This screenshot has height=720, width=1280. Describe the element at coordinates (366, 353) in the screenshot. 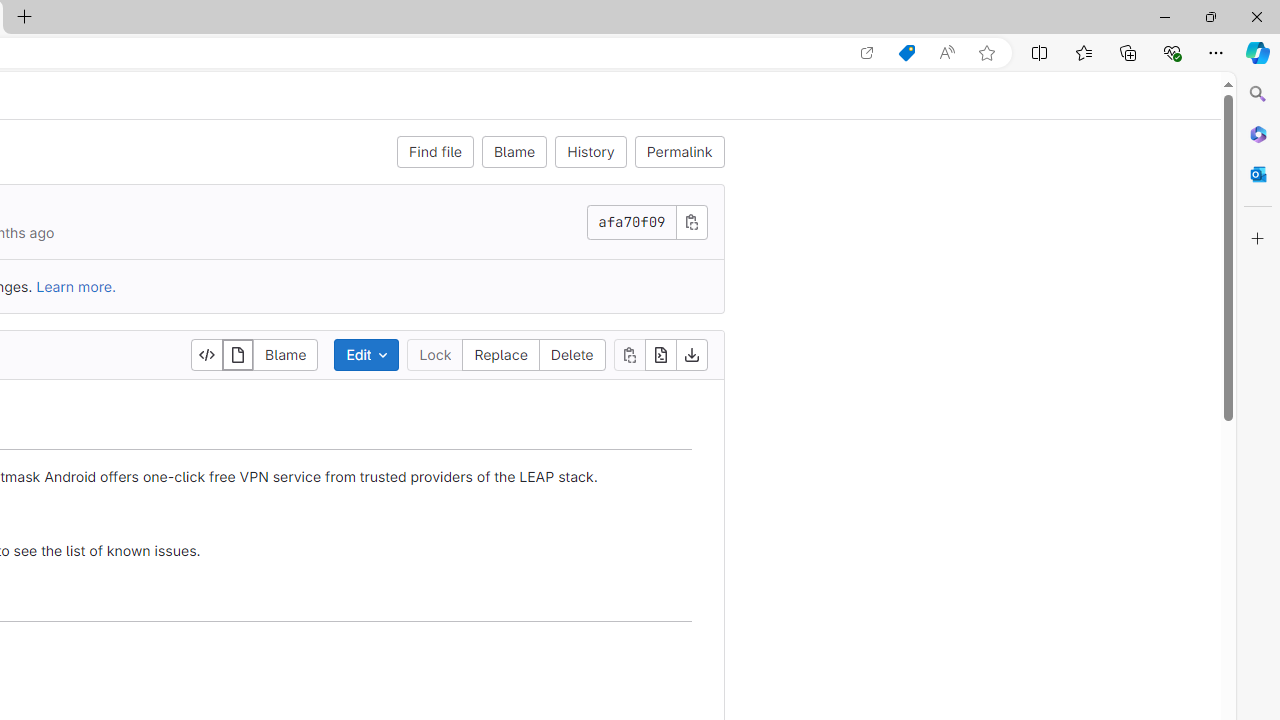

I see `'Edit'` at that location.